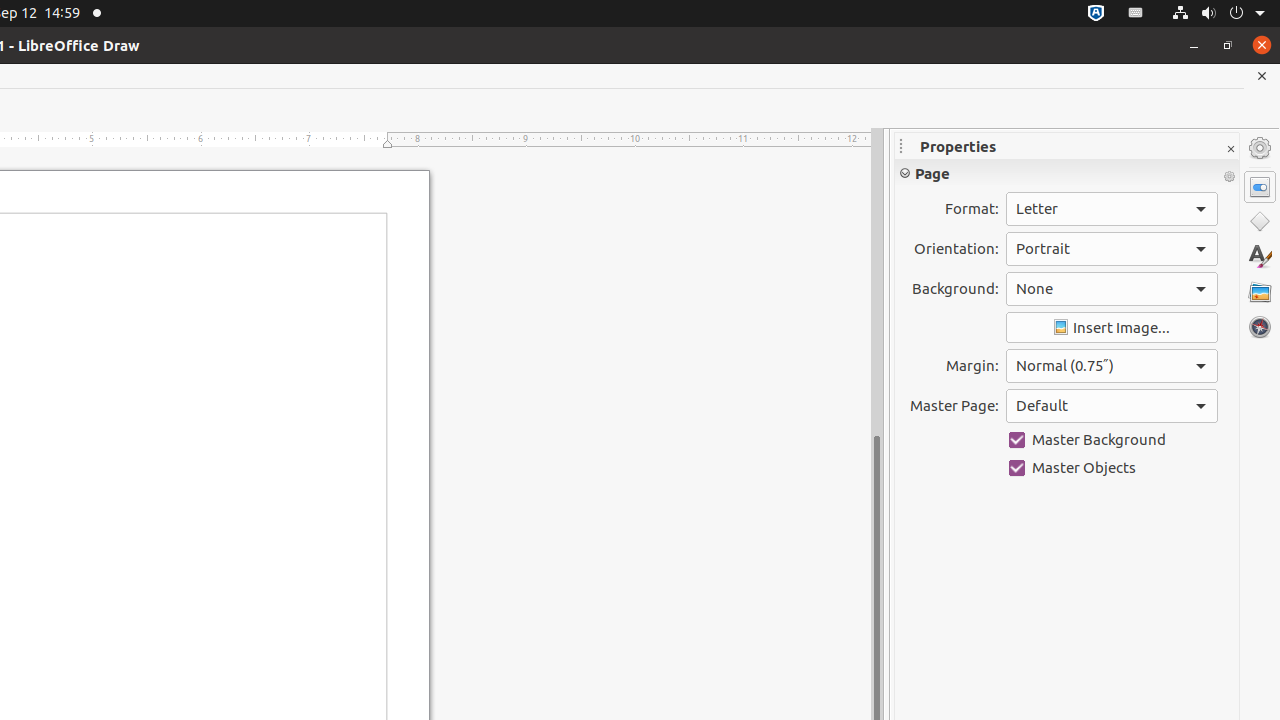 This screenshot has width=1280, height=720. Describe the element at coordinates (1259, 292) in the screenshot. I see `'Gallery'` at that location.